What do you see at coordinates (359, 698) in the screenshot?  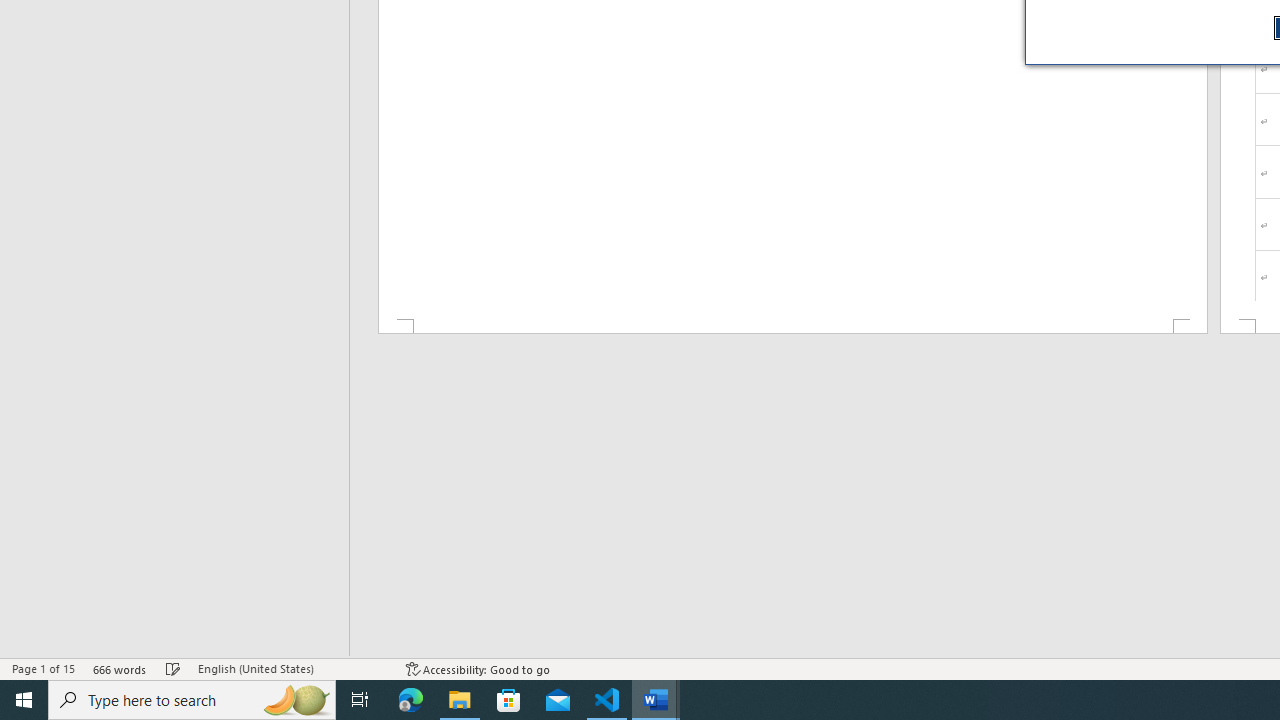 I see `'Task View'` at bounding box center [359, 698].